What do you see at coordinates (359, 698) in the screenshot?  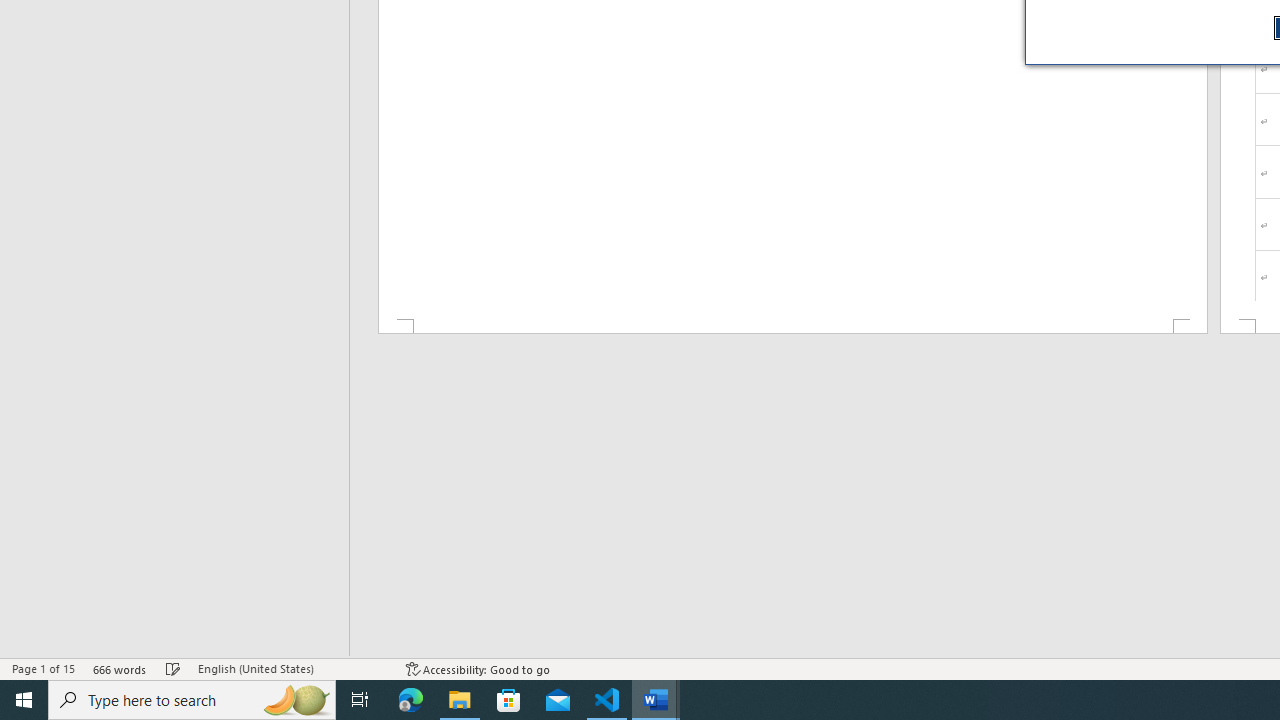 I see `'Task View'` at bounding box center [359, 698].